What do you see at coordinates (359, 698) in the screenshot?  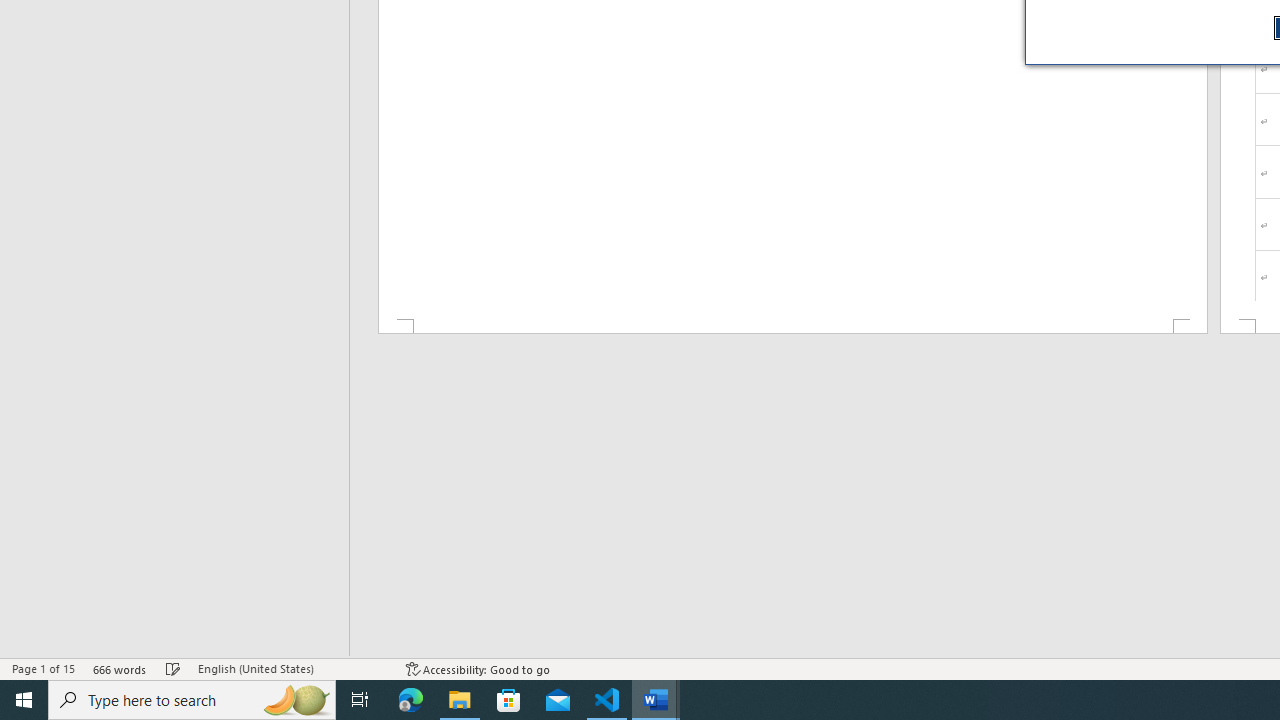 I see `'Task View'` at bounding box center [359, 698].